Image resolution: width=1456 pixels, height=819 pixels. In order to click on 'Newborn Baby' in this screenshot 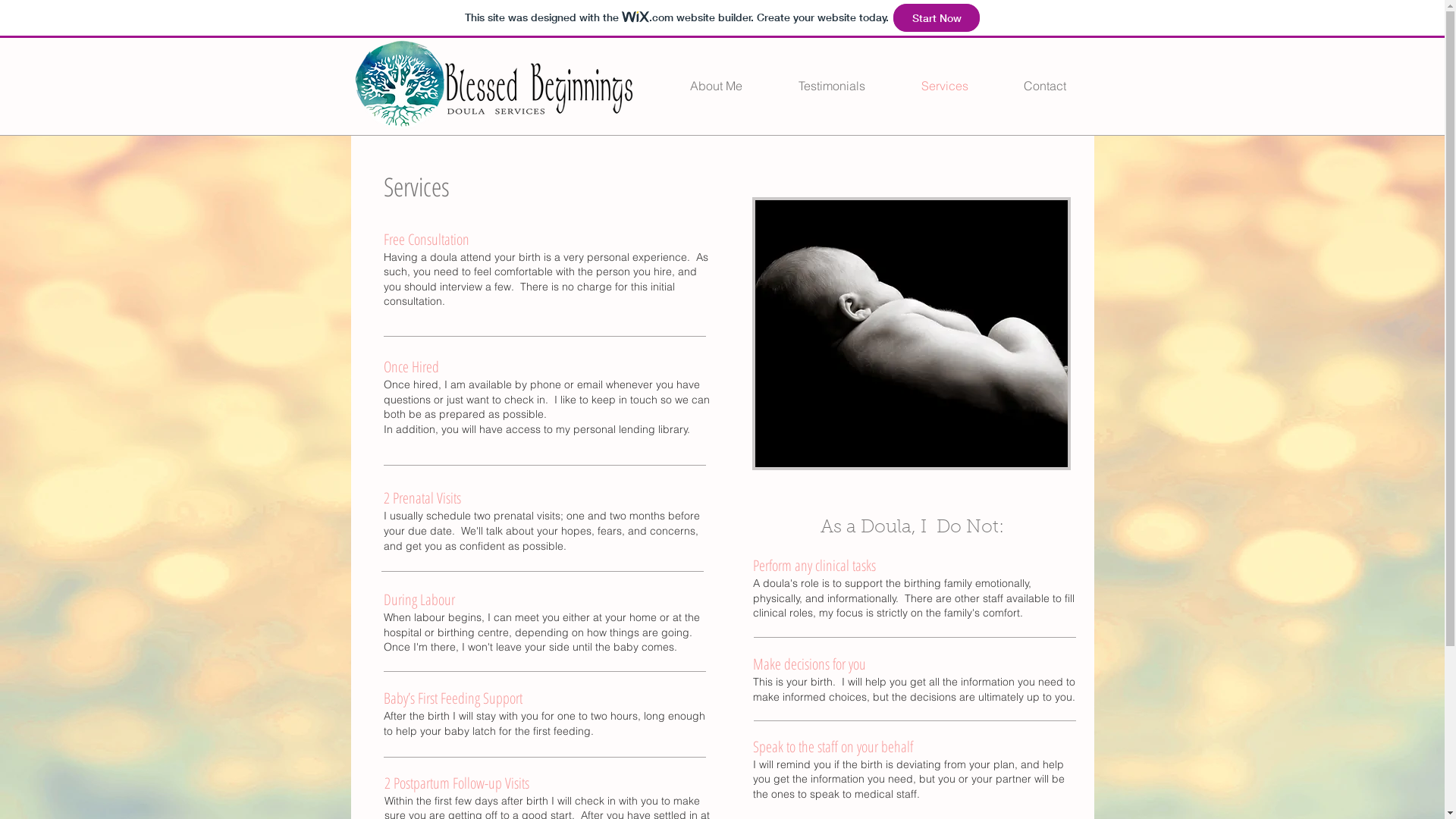, I will do `click(910, 332)`.